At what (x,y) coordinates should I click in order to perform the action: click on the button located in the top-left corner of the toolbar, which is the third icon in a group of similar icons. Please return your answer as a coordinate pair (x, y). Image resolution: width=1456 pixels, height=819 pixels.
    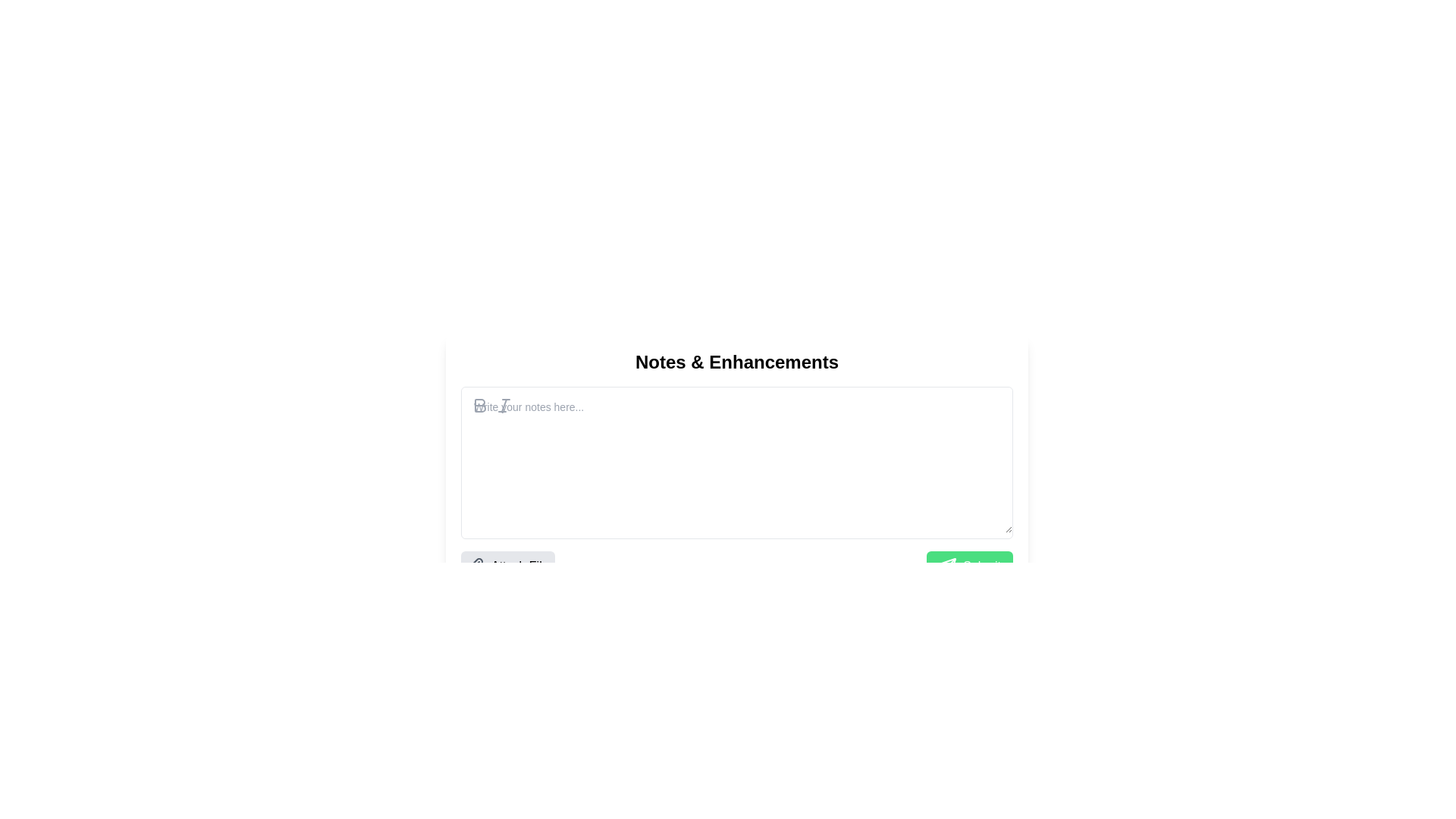
    Looking at the image, I should click on (504, 405).